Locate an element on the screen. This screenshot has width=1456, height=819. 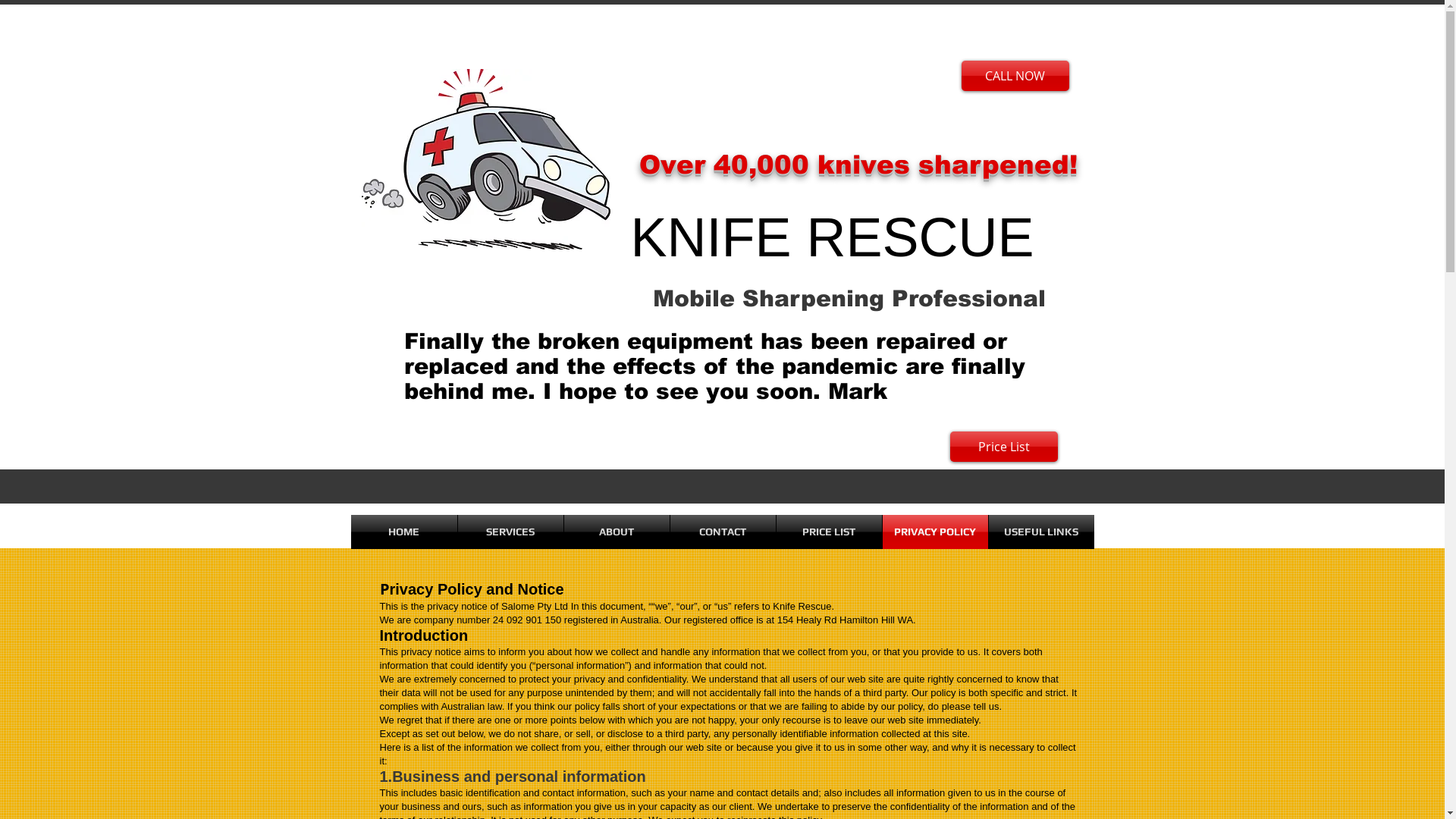
'PRICE LIST' is located at coordinates (828, 531).